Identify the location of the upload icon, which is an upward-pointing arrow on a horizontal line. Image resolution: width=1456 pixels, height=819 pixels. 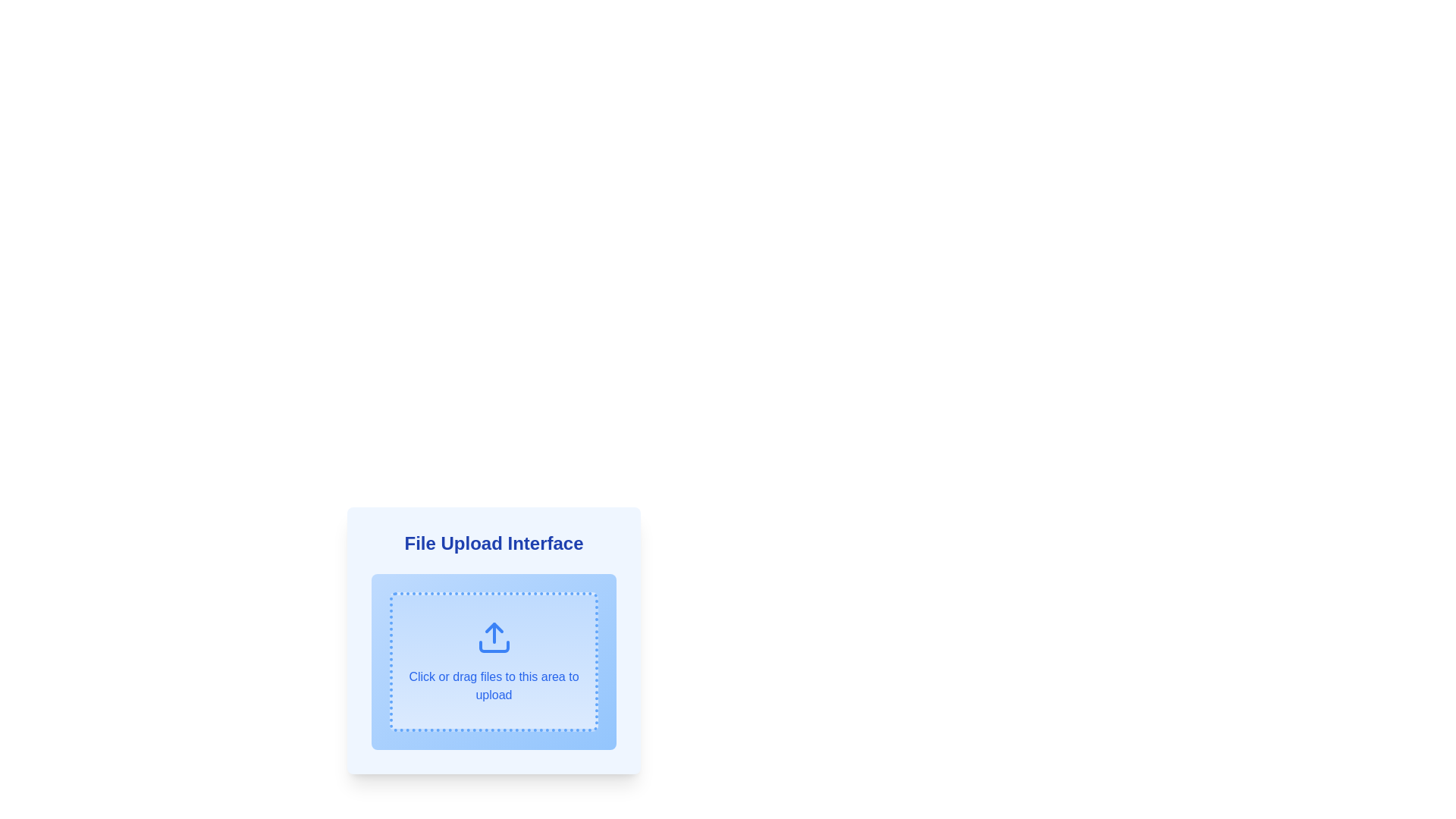
(494, 637).